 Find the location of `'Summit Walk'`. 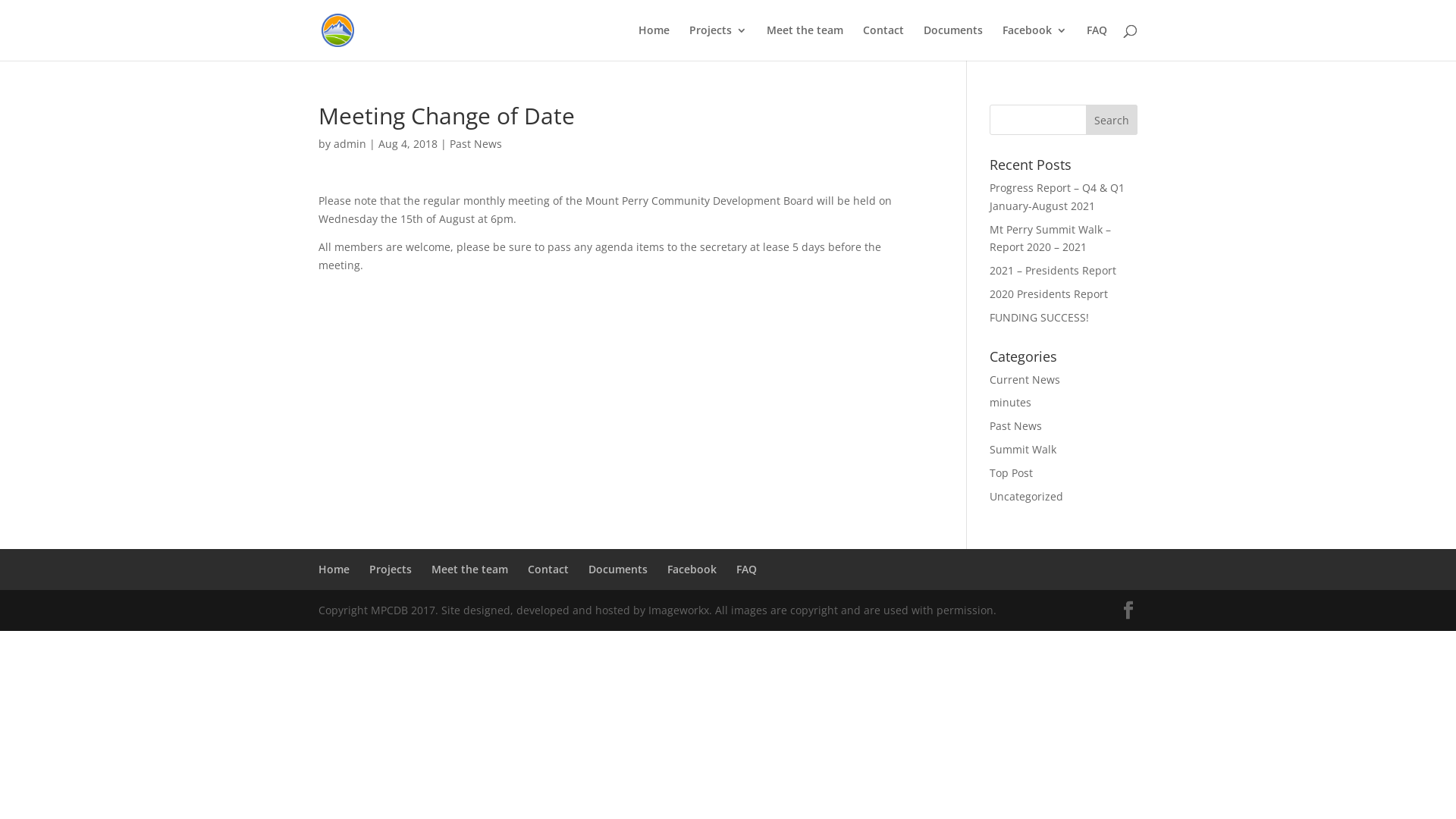

'Summit Walk' is located at coordinates (1022, 448).